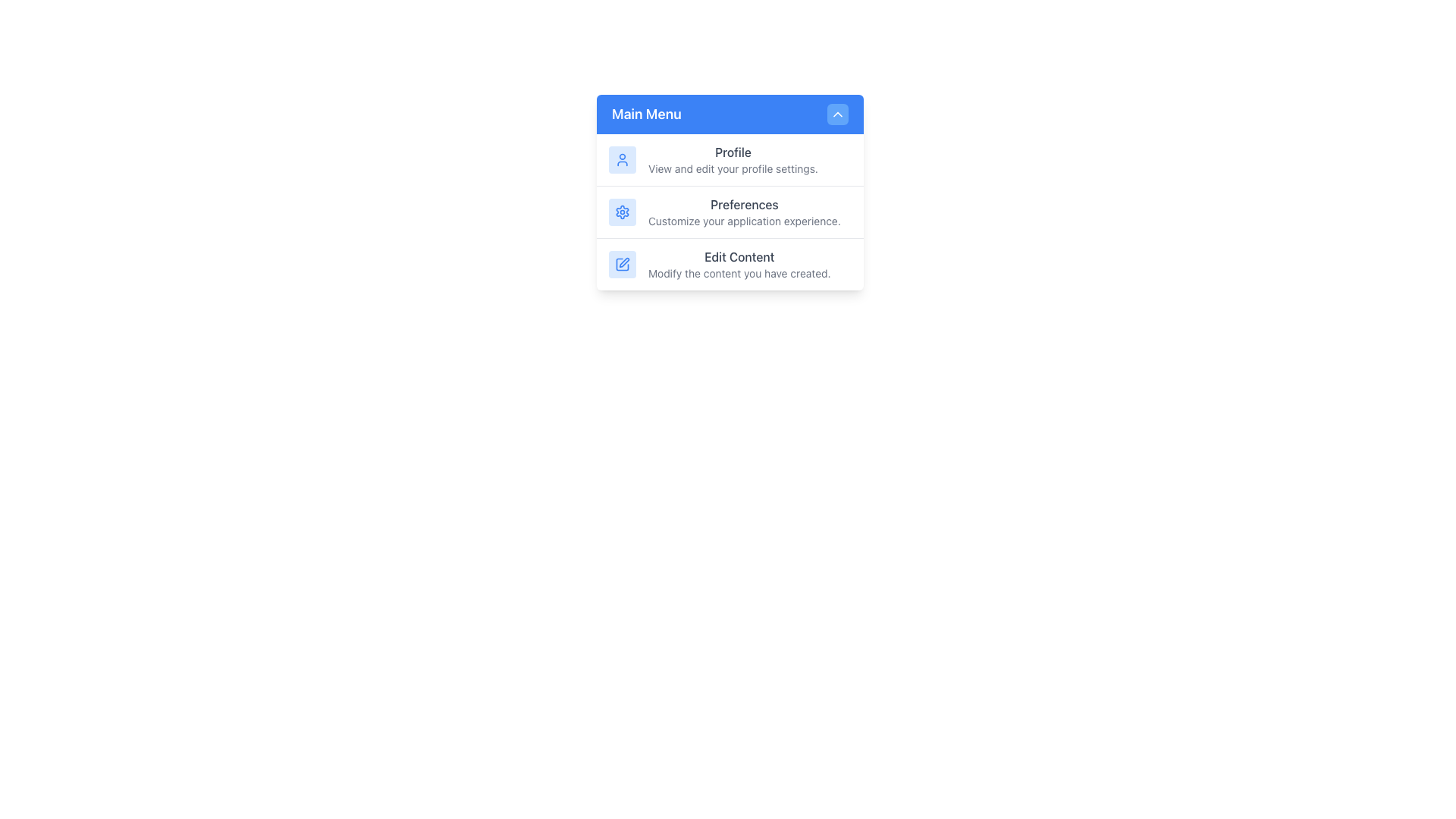 The width and height of the screenshot is (1456, 819). Describe the element at coordinates (622, 160) in the screenshot. I see `the 'Profile' icon located at the top of the menu list, next to the 'Profile' text label` at that location.